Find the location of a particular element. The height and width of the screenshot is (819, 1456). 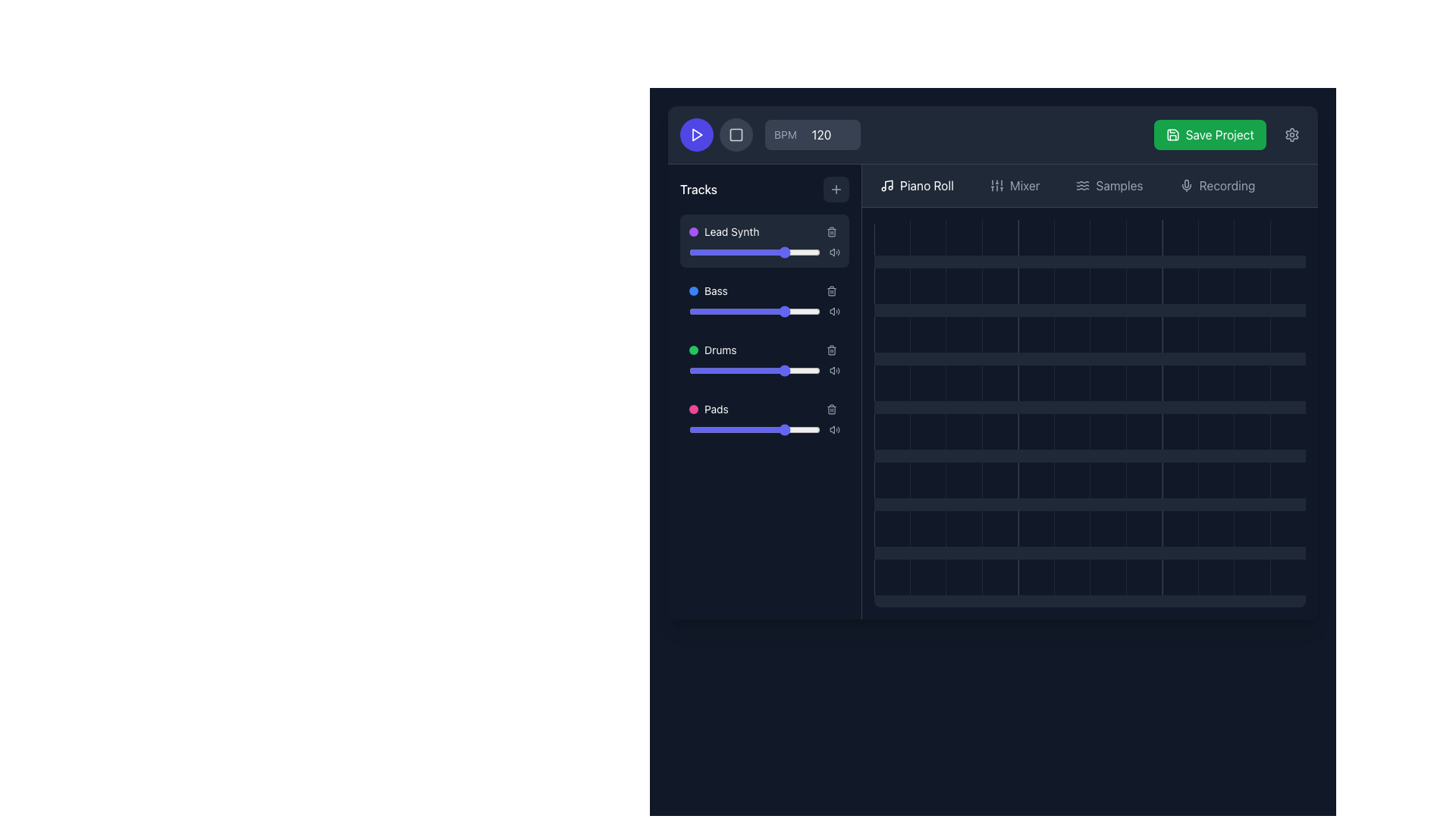

the gray square Grid Cell located in the 10th column of the 5th row is located at coordinates (1216, 431).